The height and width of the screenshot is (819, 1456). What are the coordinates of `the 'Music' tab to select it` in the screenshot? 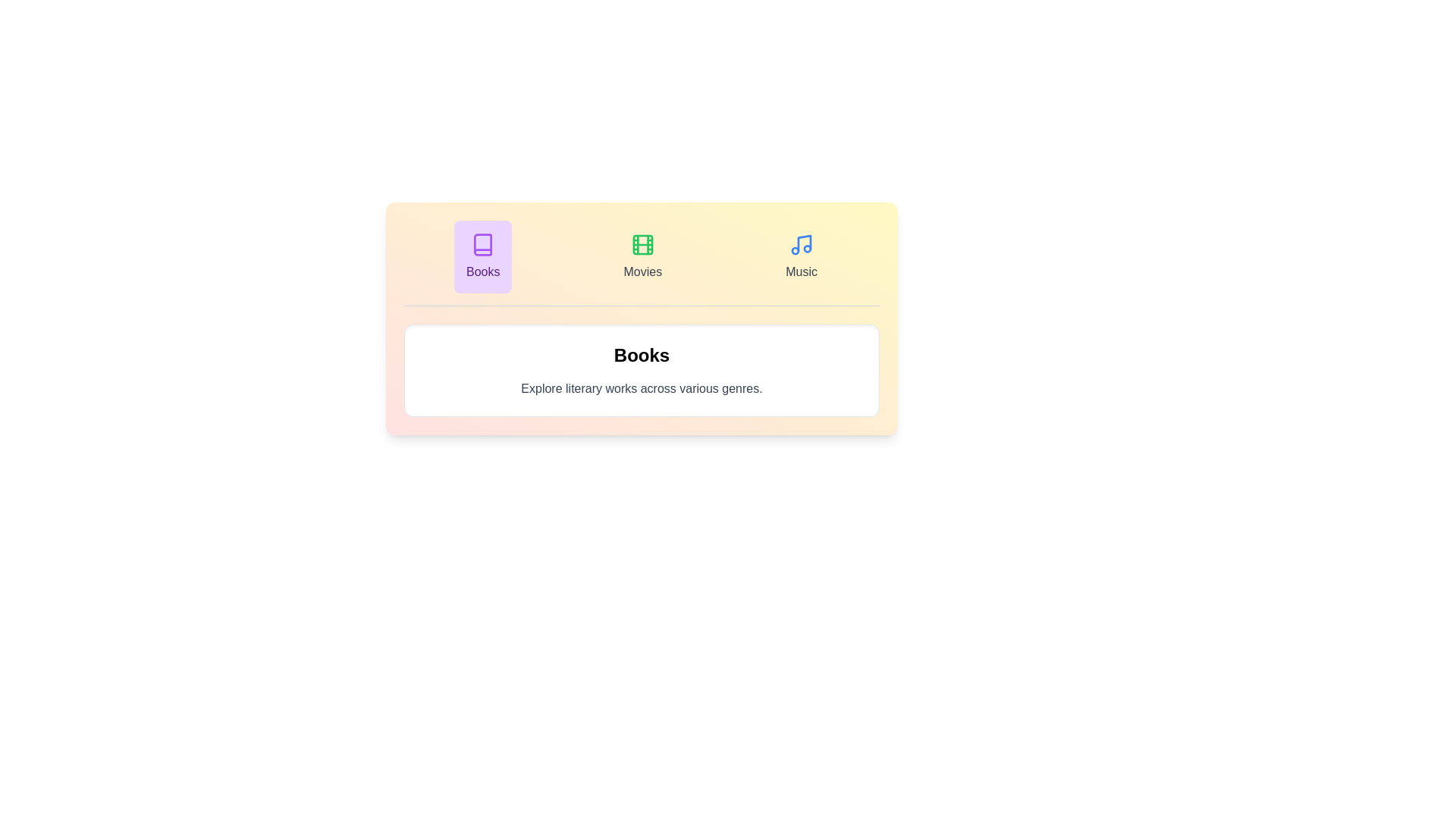 It's located at (800, 256).